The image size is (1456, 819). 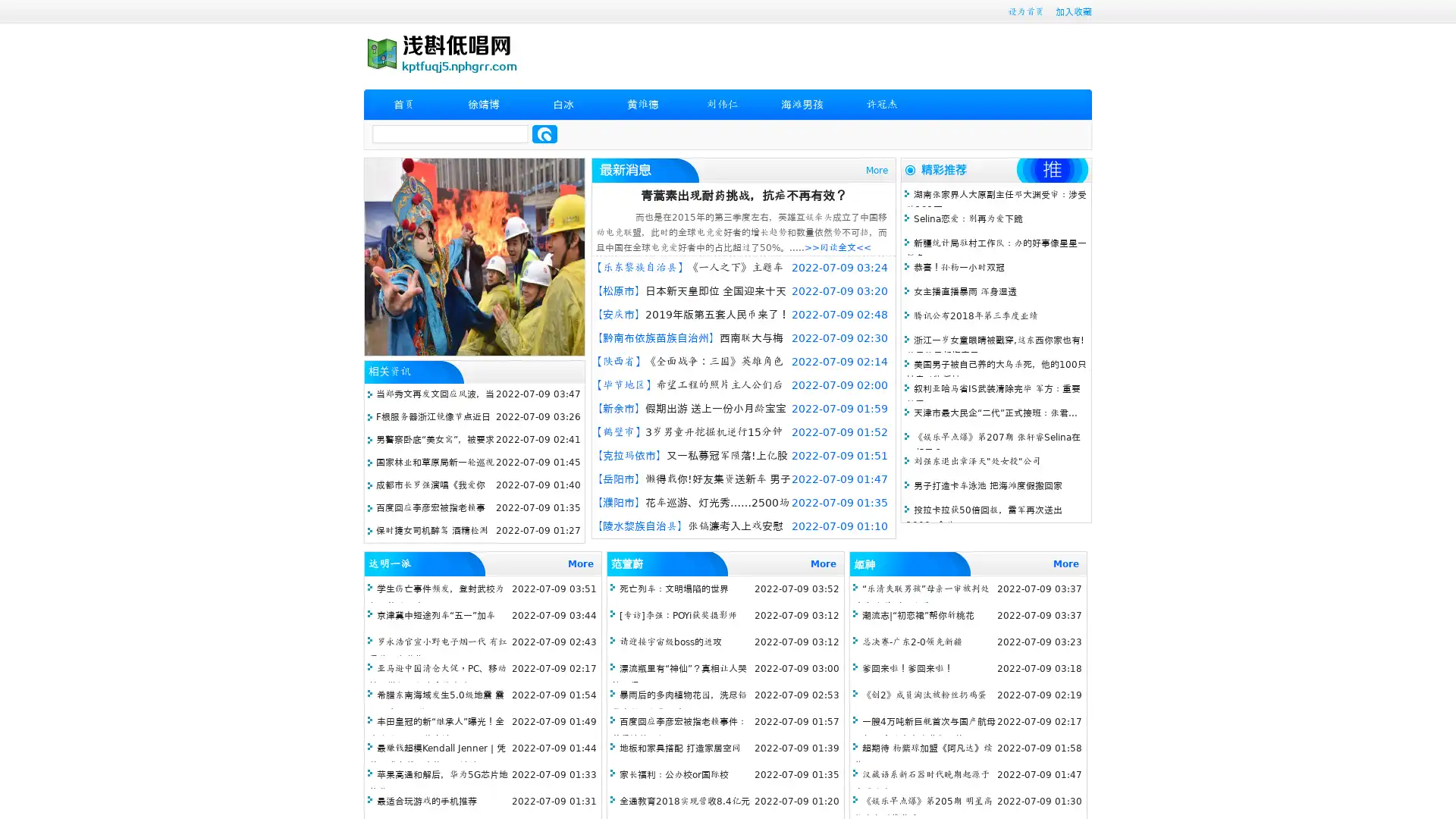 I want to click on Search, so click(x=544, y=133).